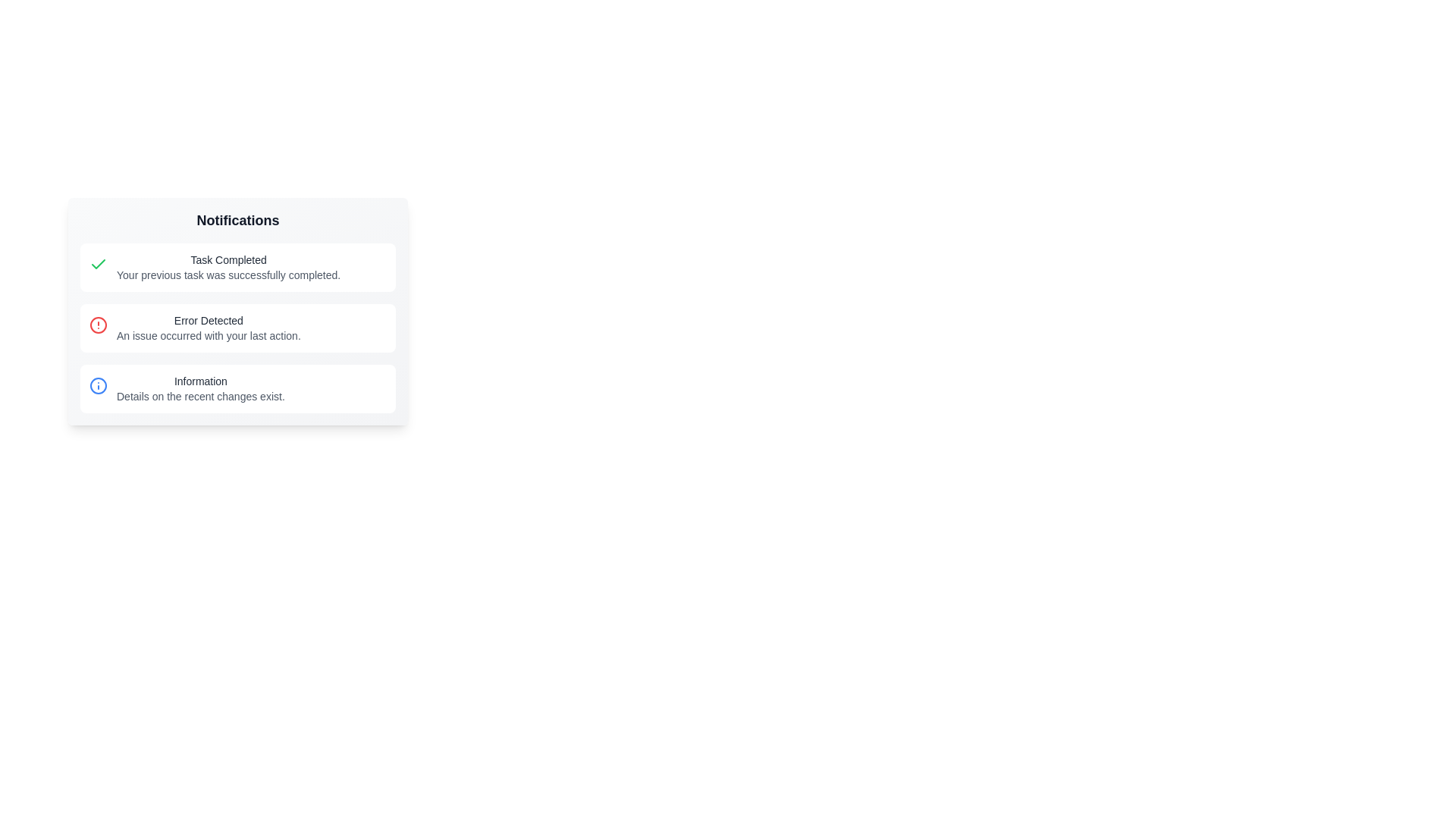  Describe the element at coordinates (208, 320) in the screenshot. I see `the error notification Text Label located in the 'Error Detected' section, above the description 'An issue occurred with your last action.'` at that location.